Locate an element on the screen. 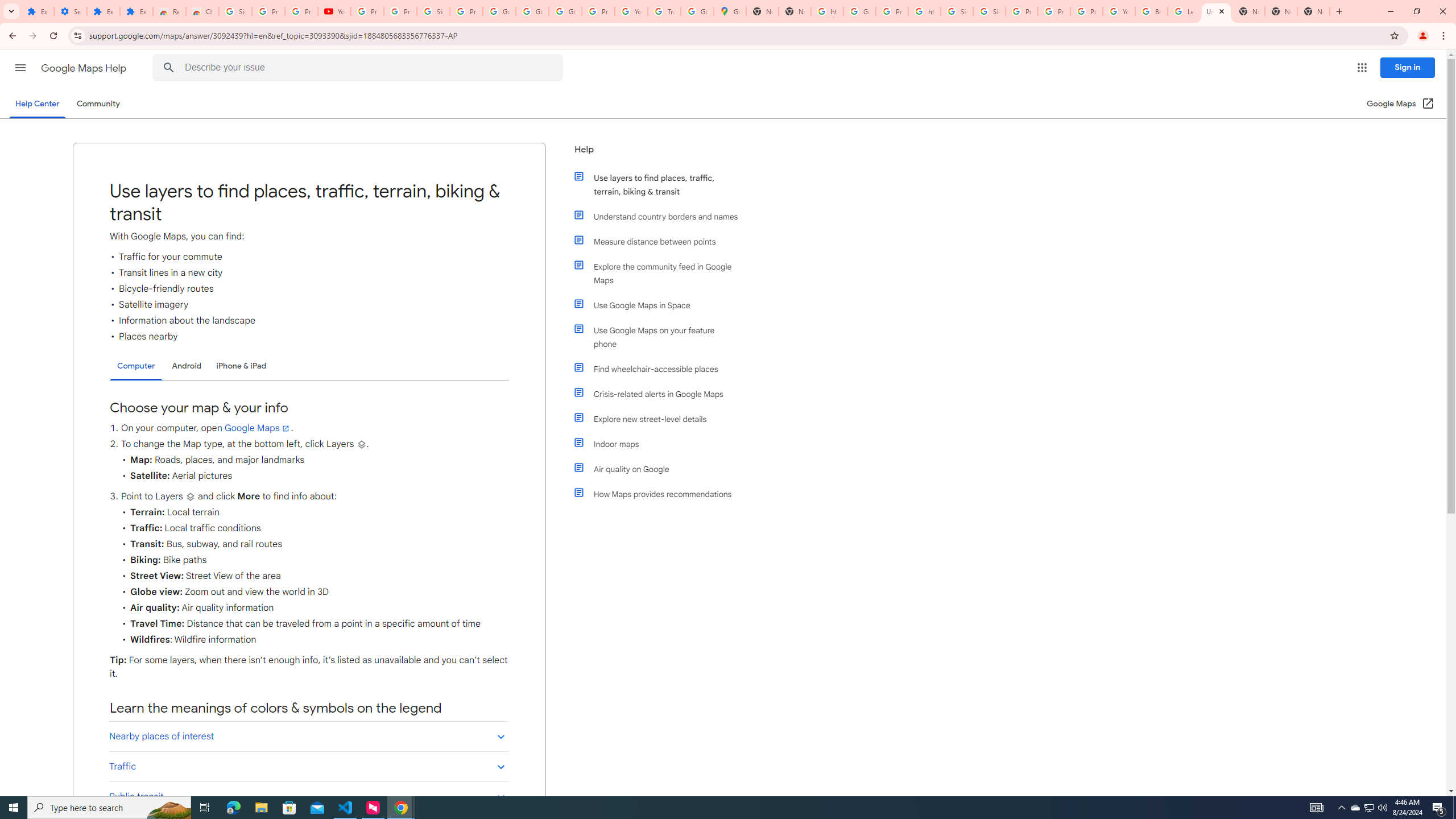  'Extensions' is located at coordinates (37, 11).